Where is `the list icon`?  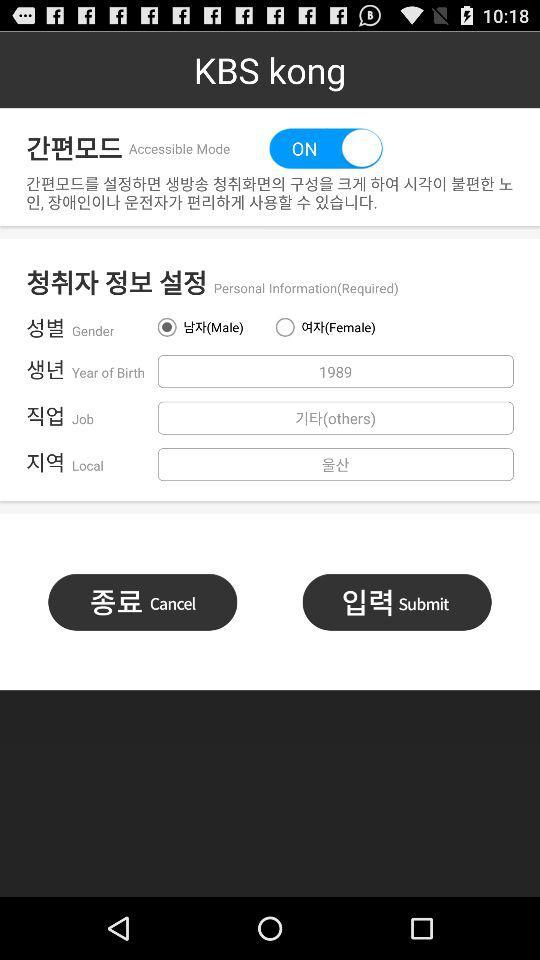
the list icon is located at coordinates (397, 643).